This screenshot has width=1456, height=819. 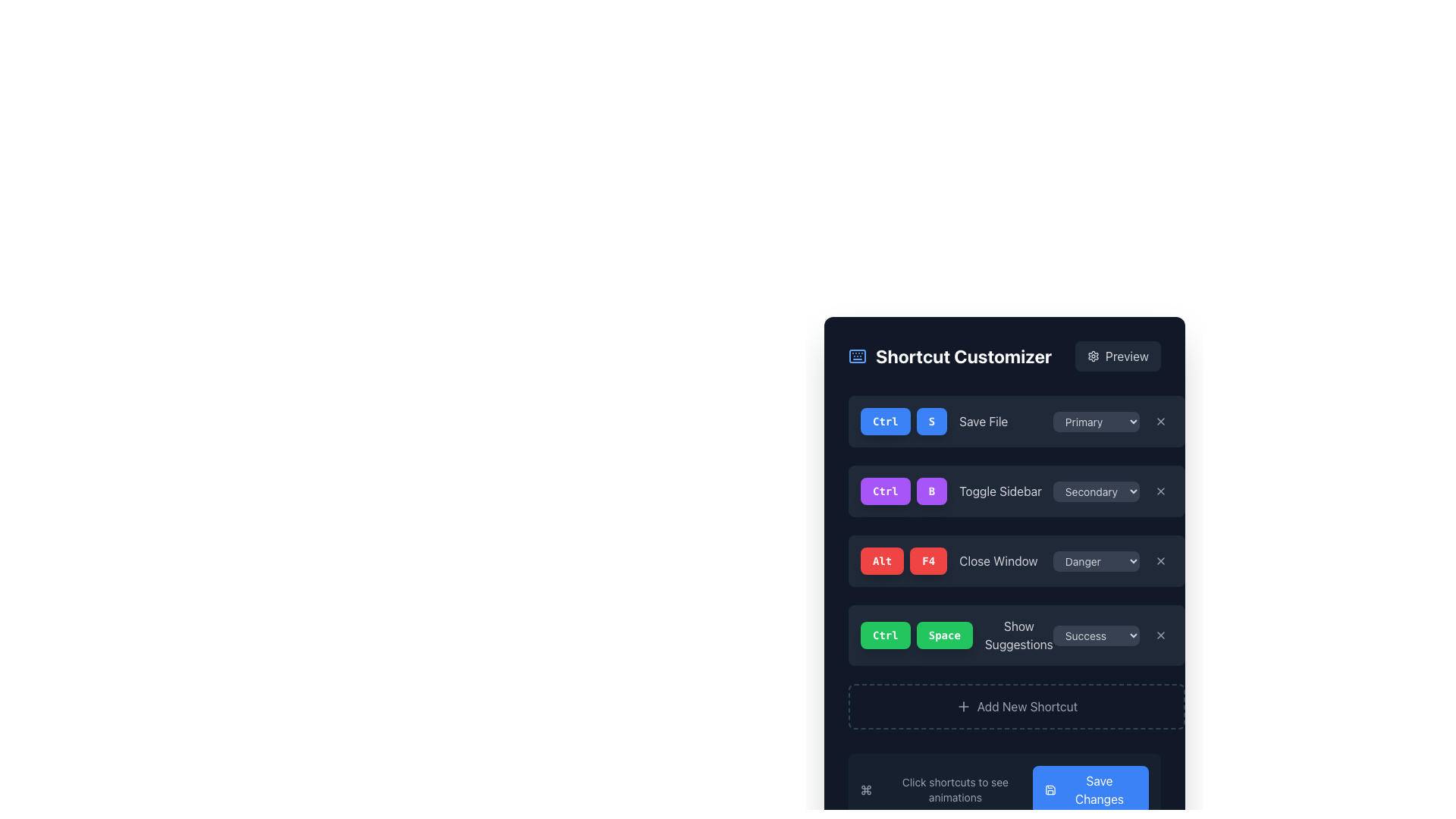 What do you see at coordinates (1159, 635) in the screenshot?
I see `the 'X' icon button that removes or closes the associated row in the Shortcut Customizer panel, located next to the dropdown button` at bounding box center [1159, 635].